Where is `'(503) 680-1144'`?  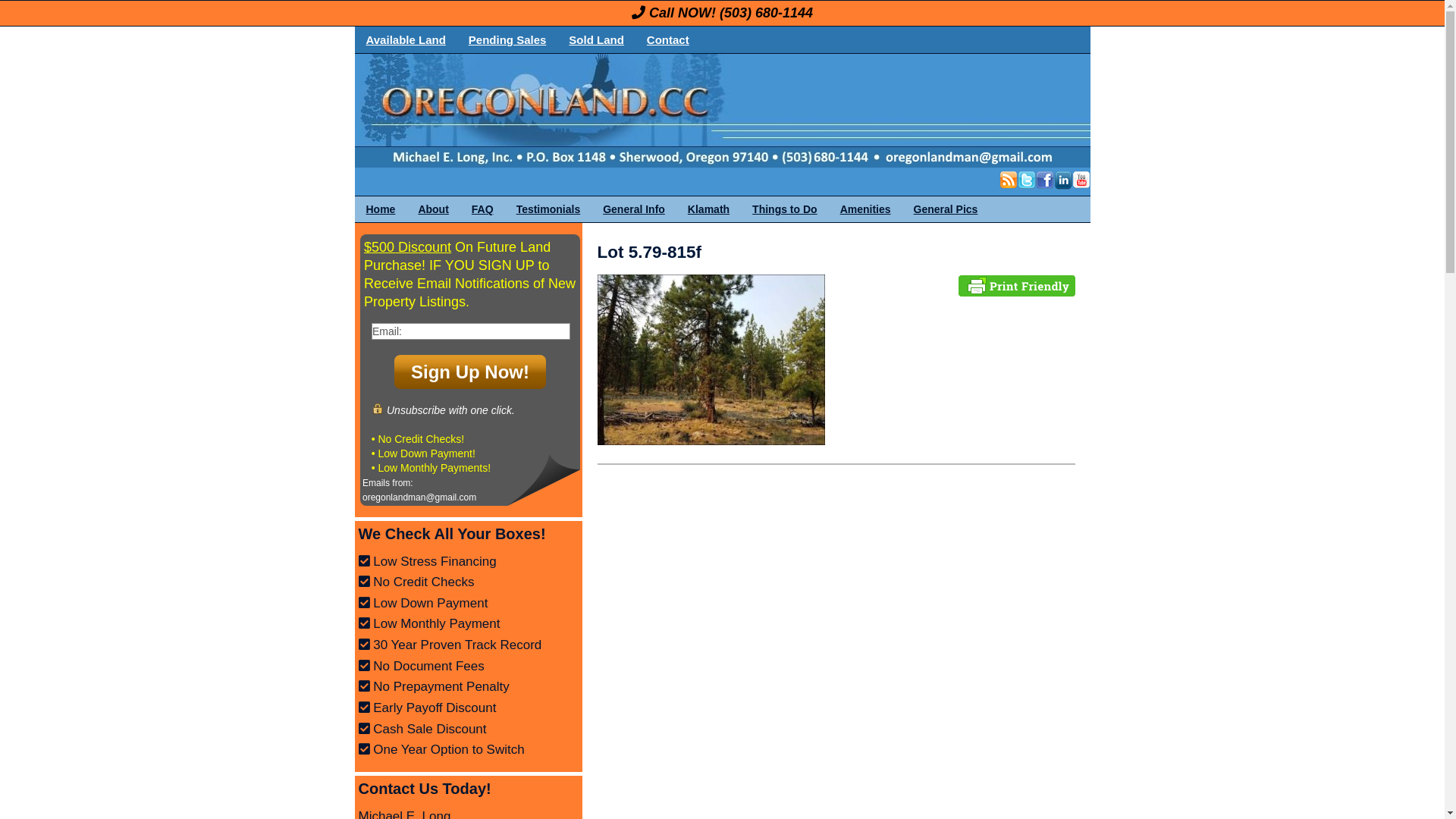
'(503) 680-1144' is located at coordinates (766, 12).